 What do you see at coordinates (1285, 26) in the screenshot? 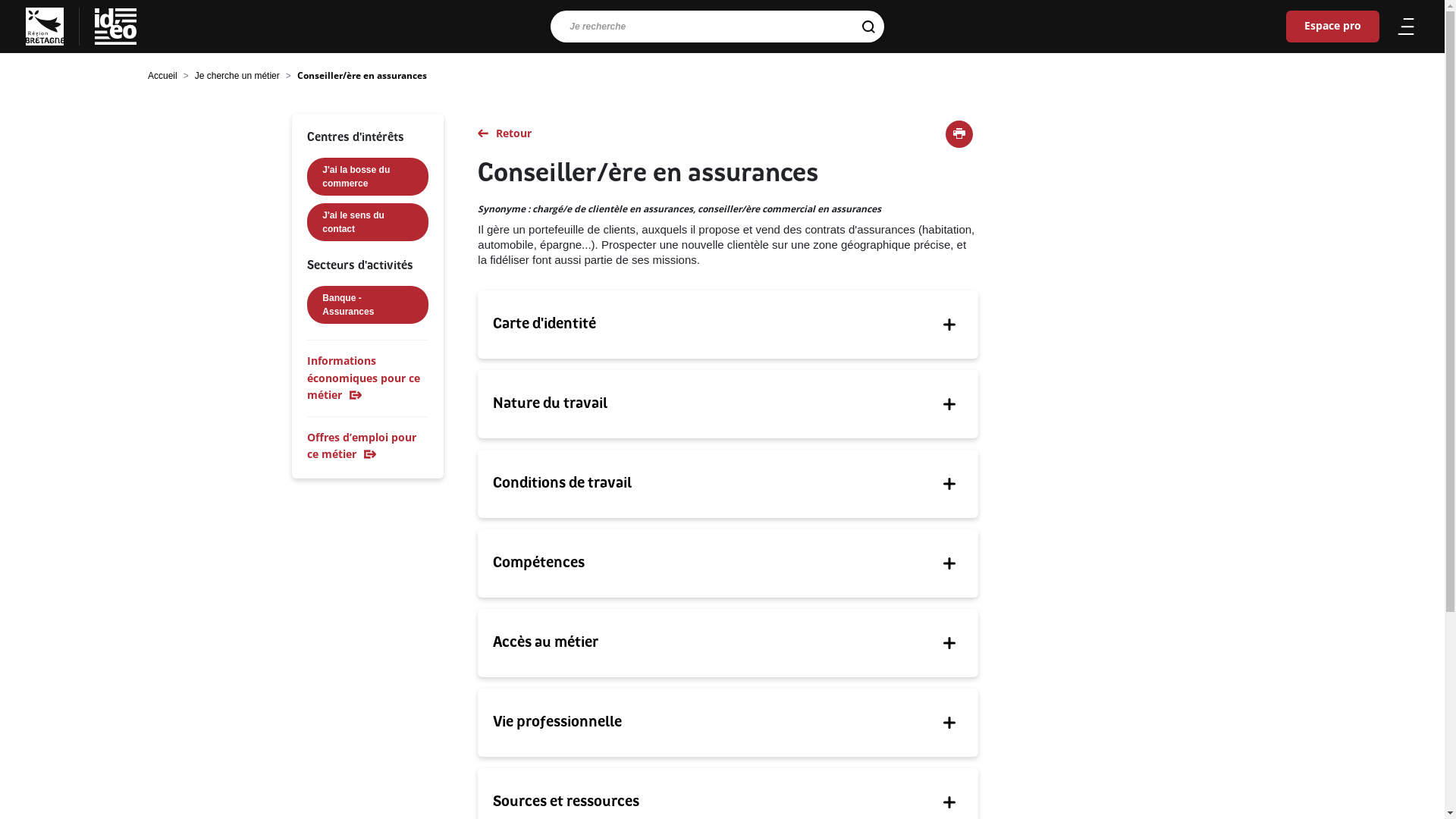
I see `'Espace pro'` at bounding box center [1285, 26].